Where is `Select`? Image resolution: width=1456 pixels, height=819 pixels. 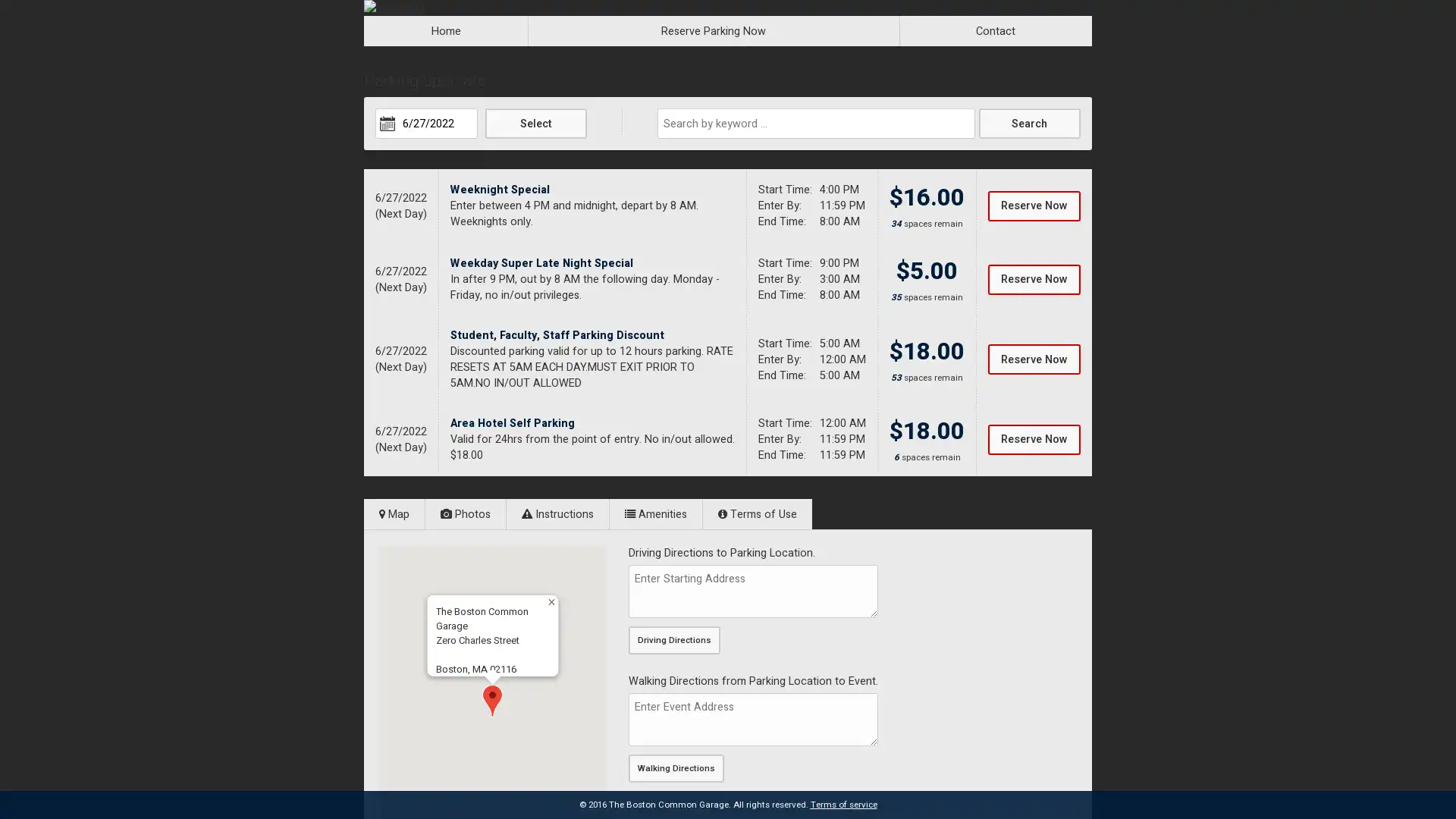
Select is located at coordinates (535, 122).